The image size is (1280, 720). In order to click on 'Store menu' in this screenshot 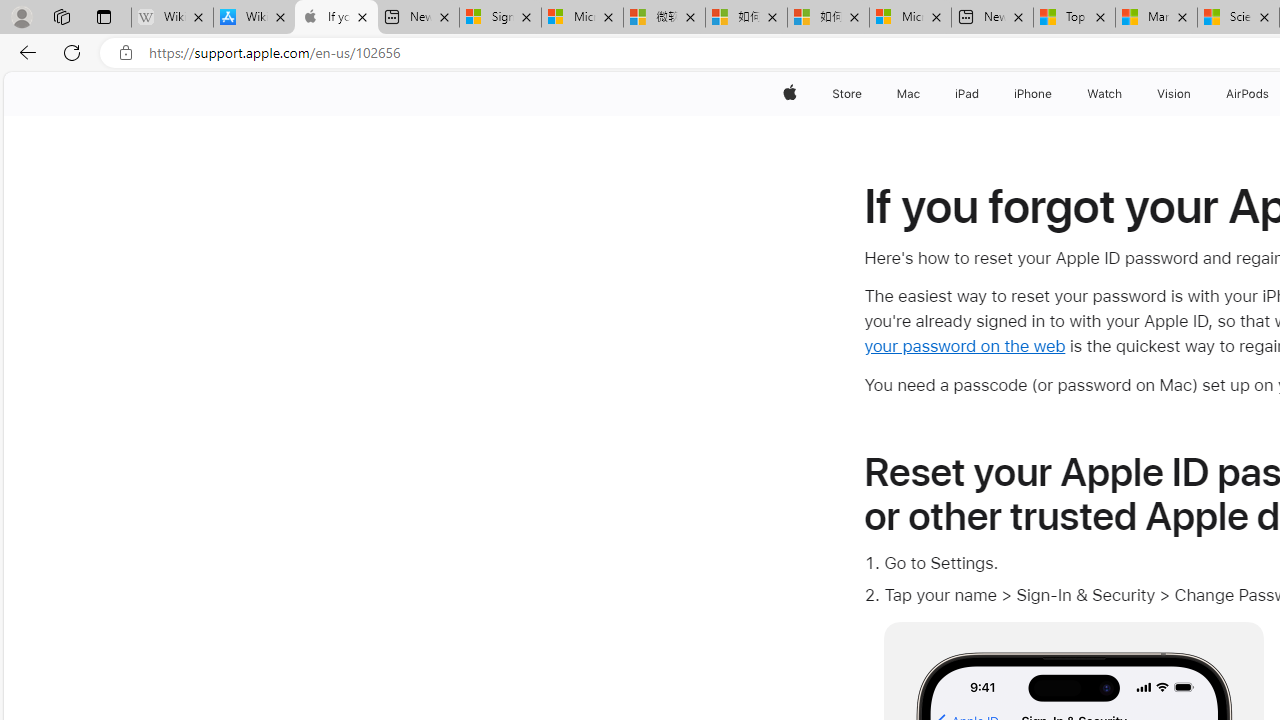, I will do `click(865, 93)`.